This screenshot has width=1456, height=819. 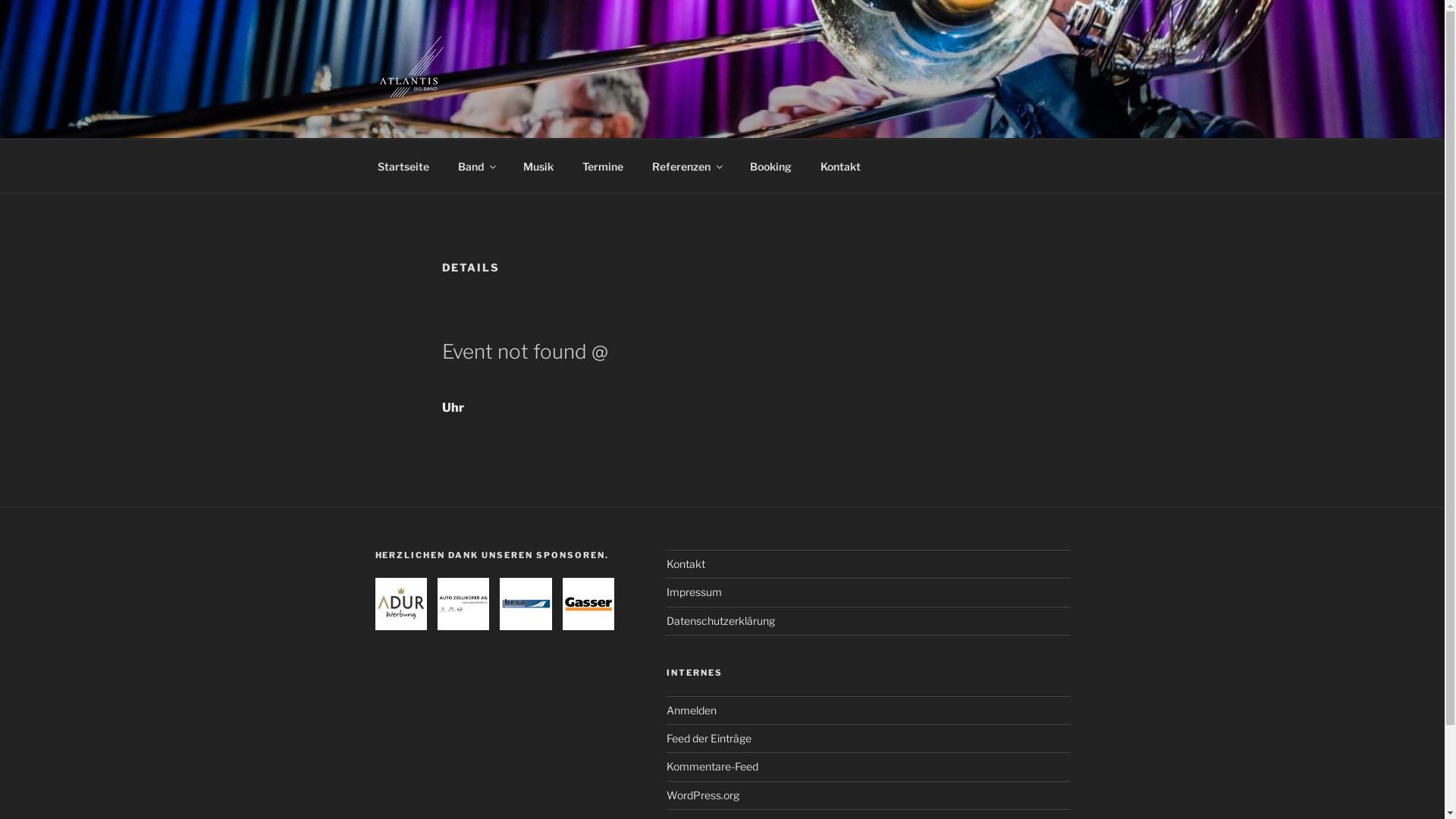 What do you see at coordinates (691, 710) in the screenshot?
I see `'Anmelden'` at bounding box center [691, 710].